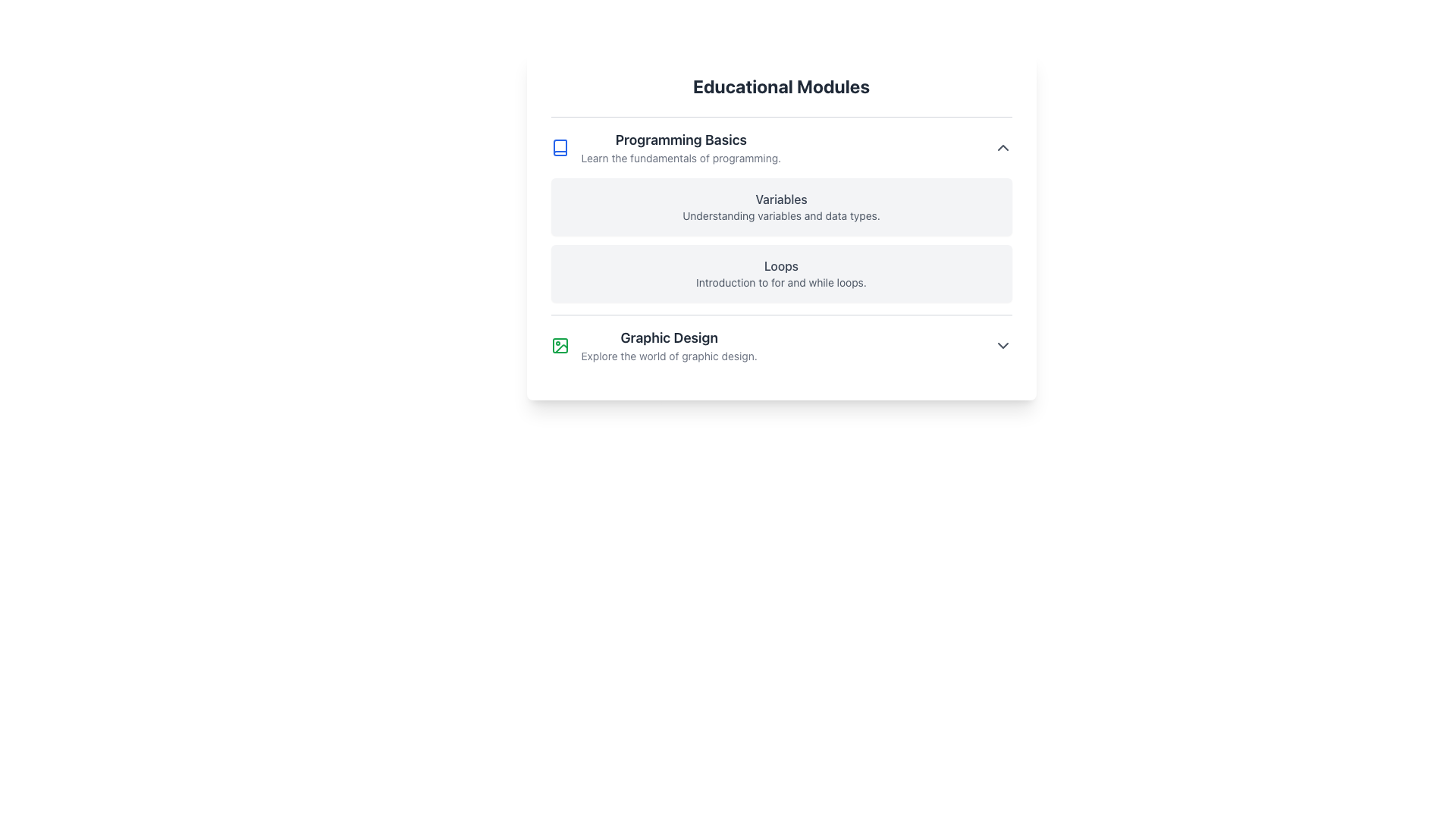  Describe the element at coordinates (666, 148) in the screenshot. I see `the 'Programming Basics' navigation link located at the top-left of the 'Educational Modules' list` at that location.